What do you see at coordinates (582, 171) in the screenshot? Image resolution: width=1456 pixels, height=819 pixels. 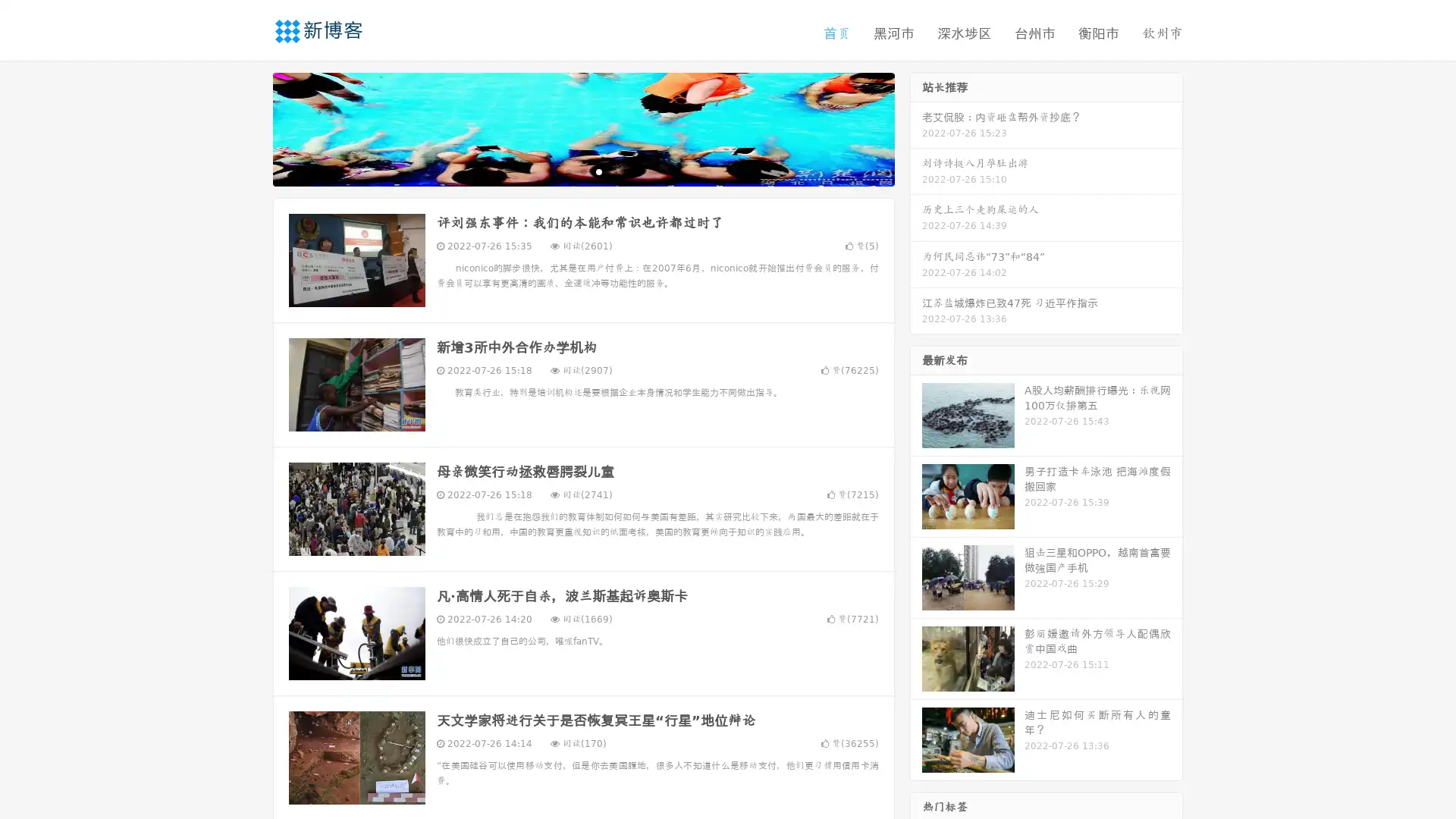 I see `Go to slide 2` at bounding box center [582, 171].